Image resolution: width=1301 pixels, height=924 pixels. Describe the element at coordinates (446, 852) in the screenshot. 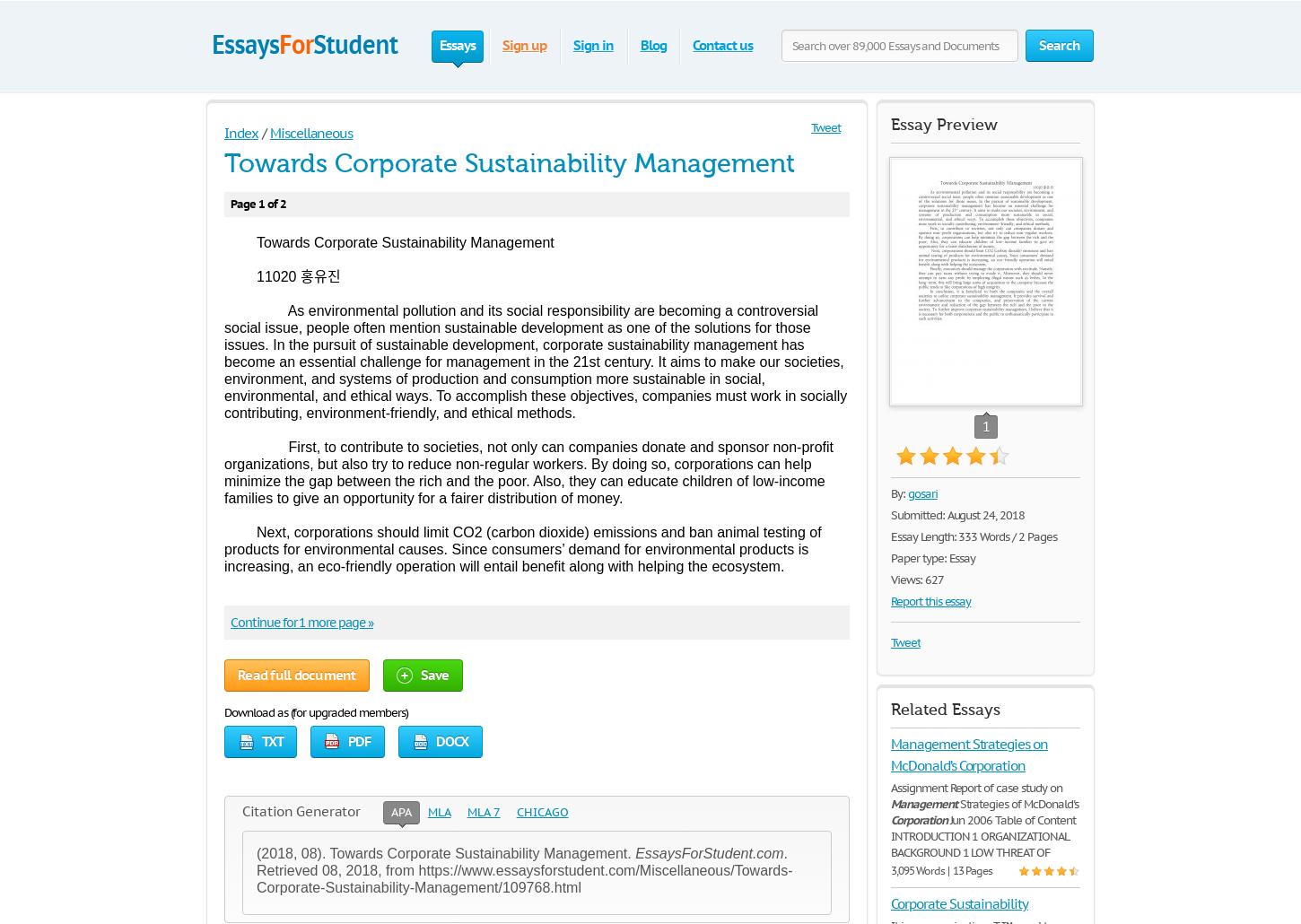

I see `'(2018, 08). Towards Corporate Sustainability Management.'` at that location.